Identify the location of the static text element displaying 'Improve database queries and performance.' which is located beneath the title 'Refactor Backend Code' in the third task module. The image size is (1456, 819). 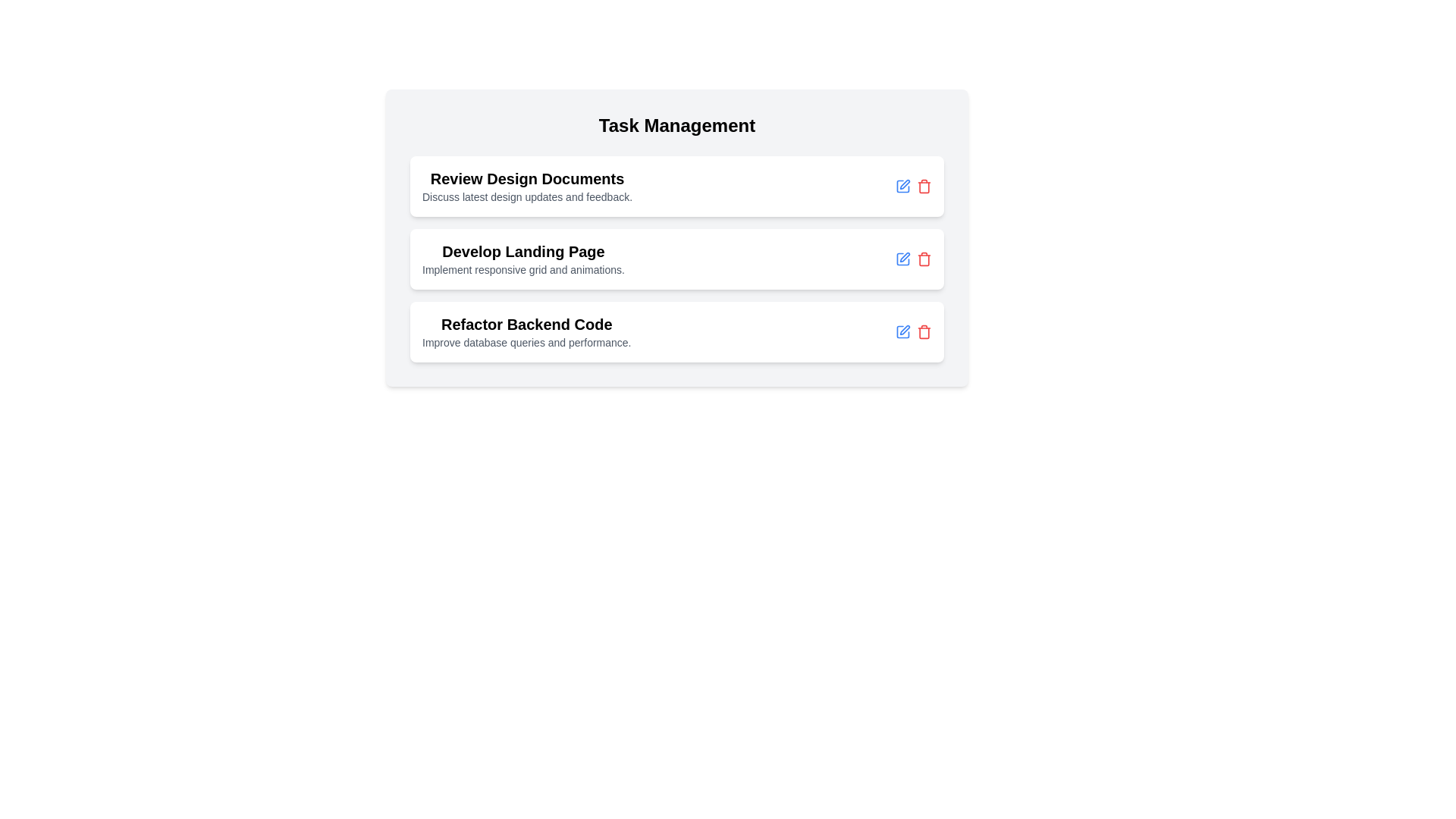
(526, 342).